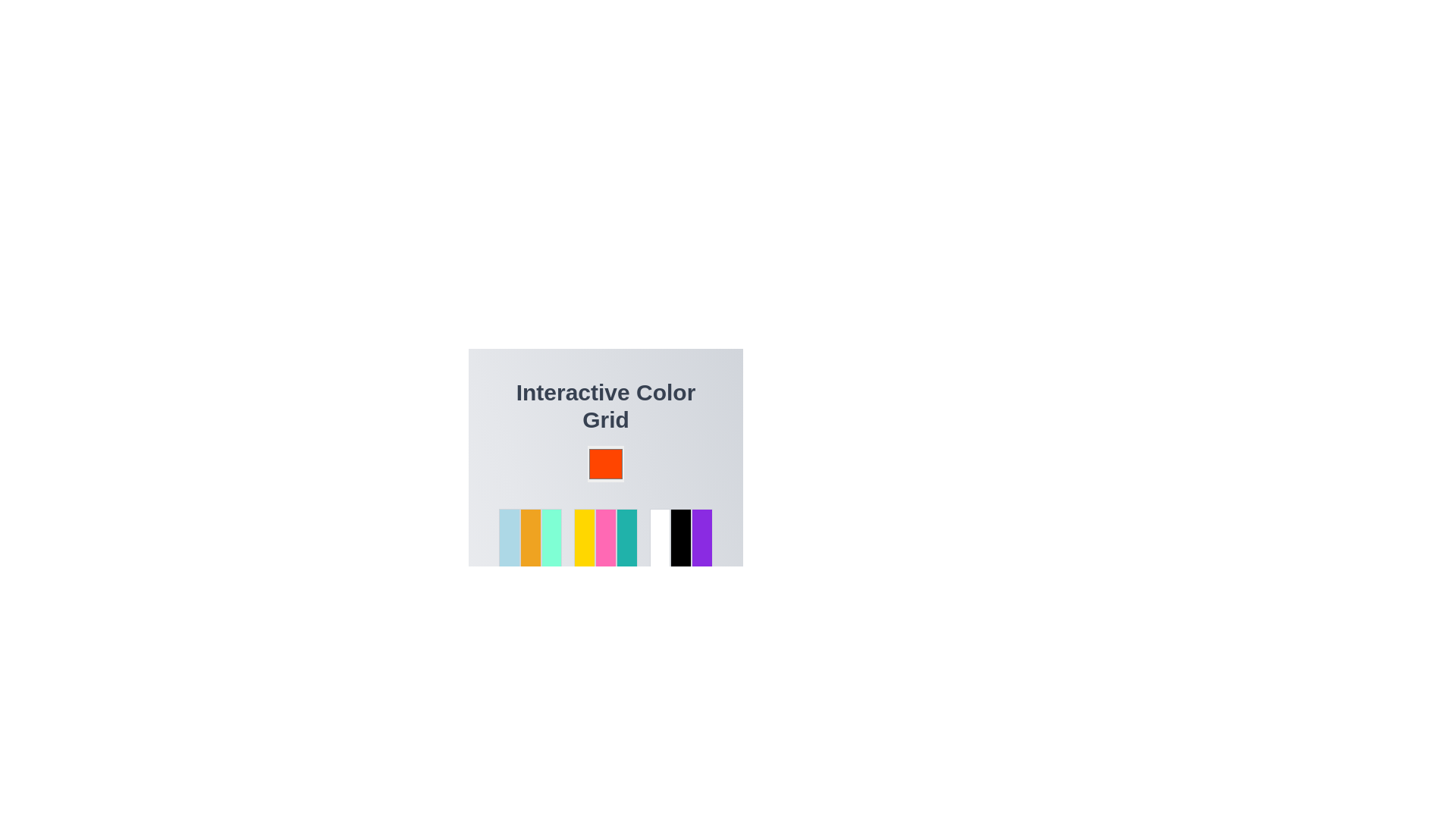  I want to click on the third and rightmost square tile with a purple background, so click(701, 538).